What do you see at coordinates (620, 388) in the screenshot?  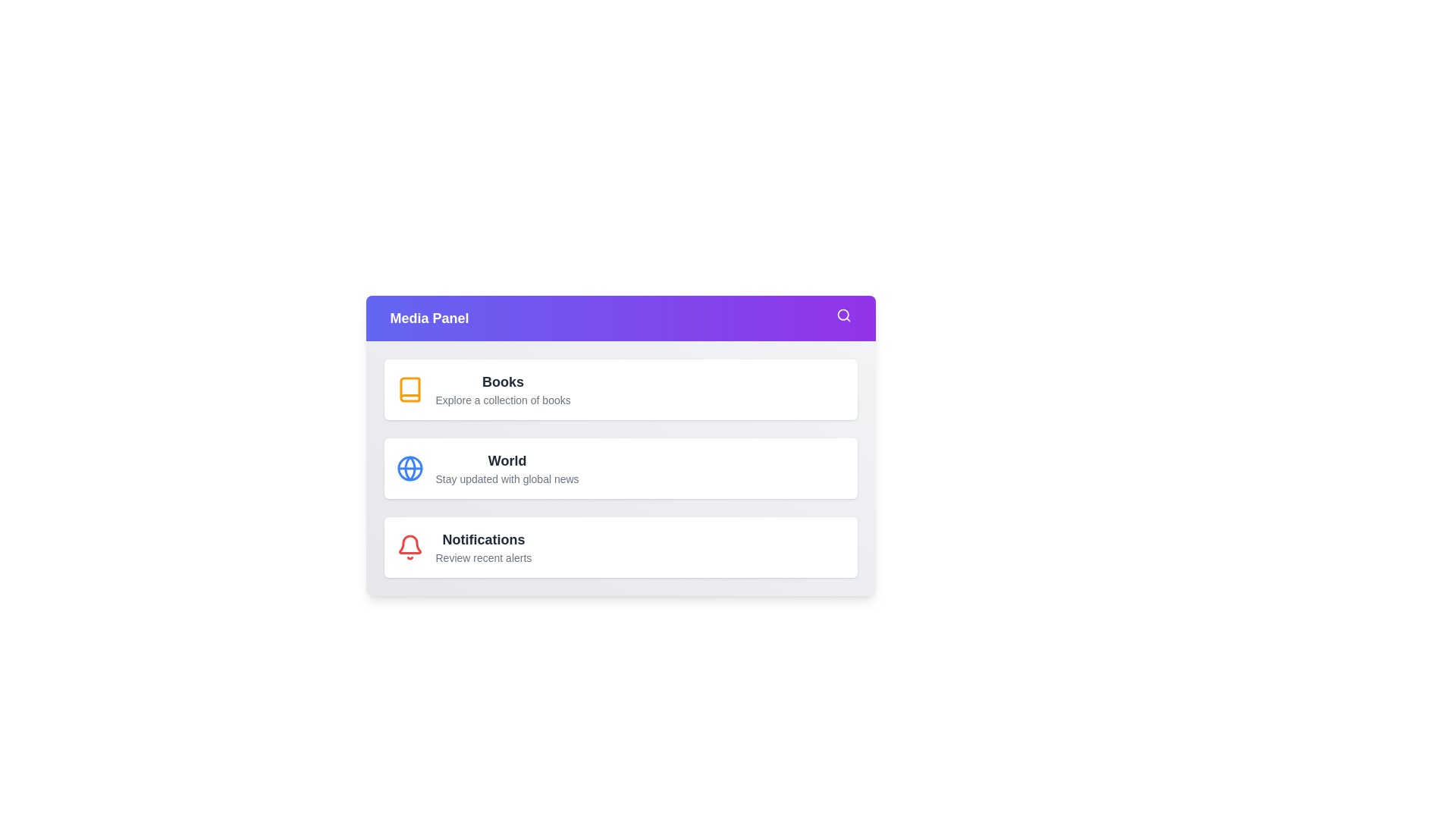 I see `the menu item Books by clicking on it` at bounding box center [620, 388].